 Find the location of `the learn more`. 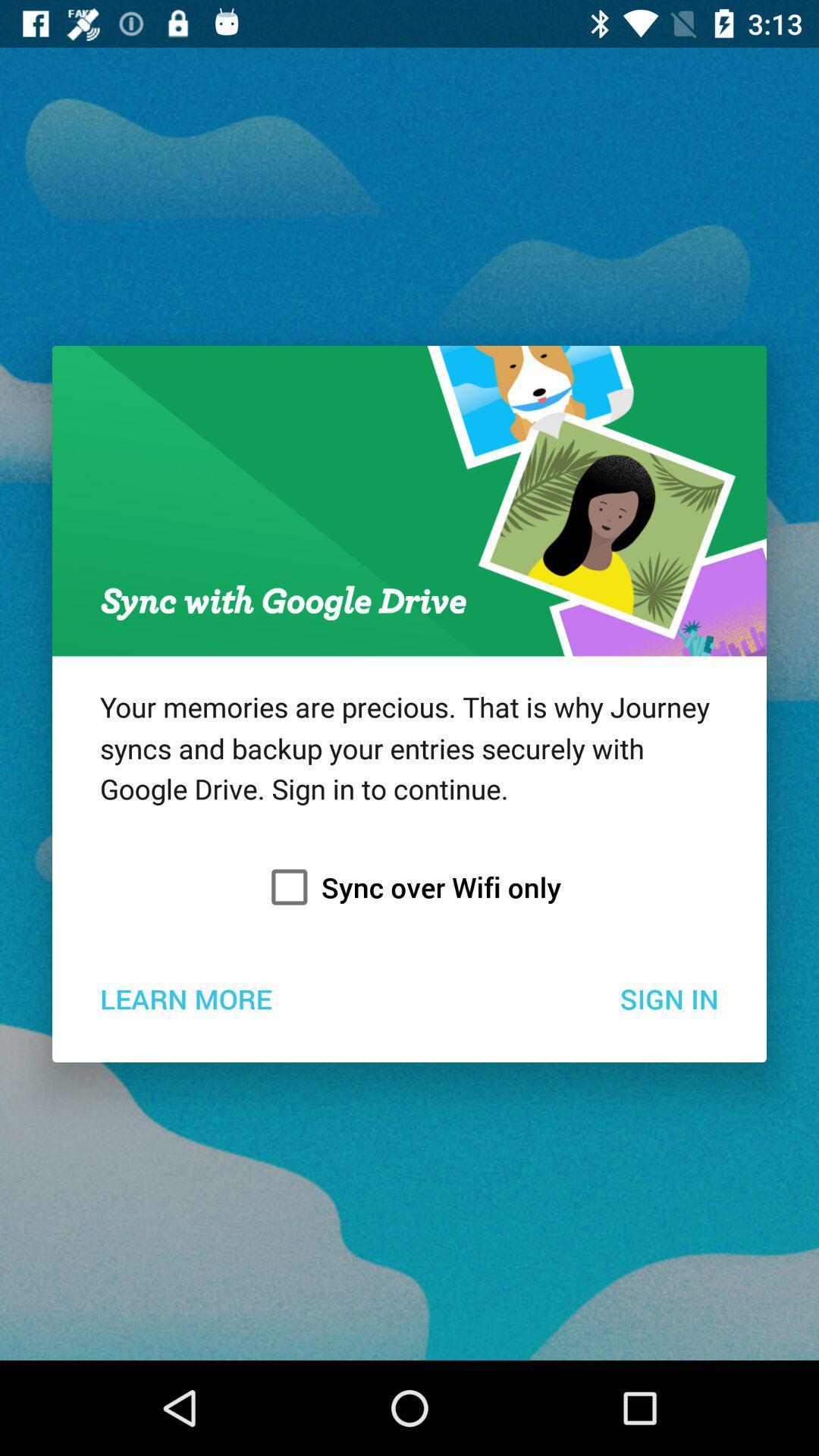

the learn more is located at coordinates (185, 998).